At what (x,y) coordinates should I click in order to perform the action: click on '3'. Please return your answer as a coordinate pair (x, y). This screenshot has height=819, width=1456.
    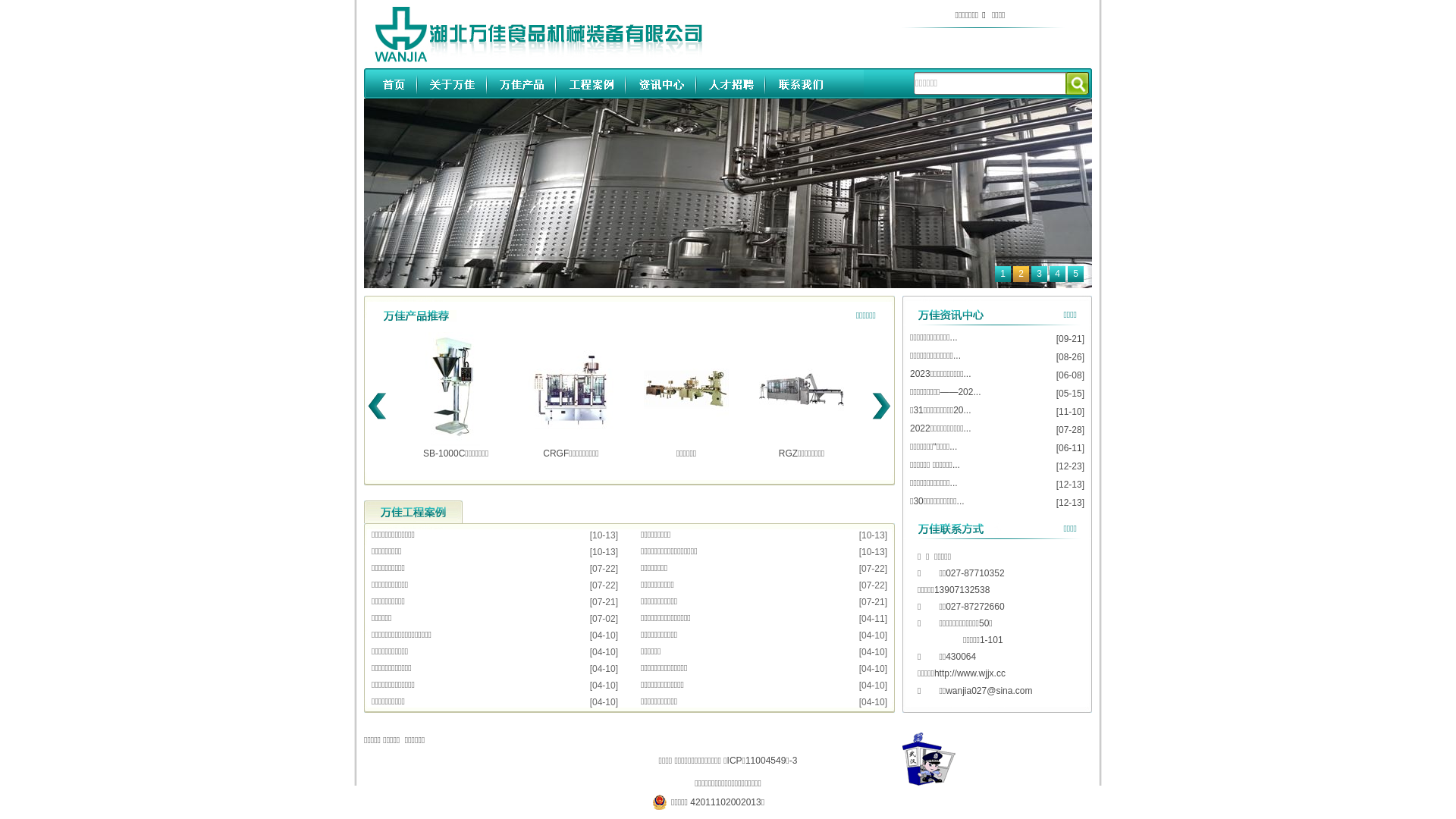
    Looking at the image, I should click on (1038, 274).